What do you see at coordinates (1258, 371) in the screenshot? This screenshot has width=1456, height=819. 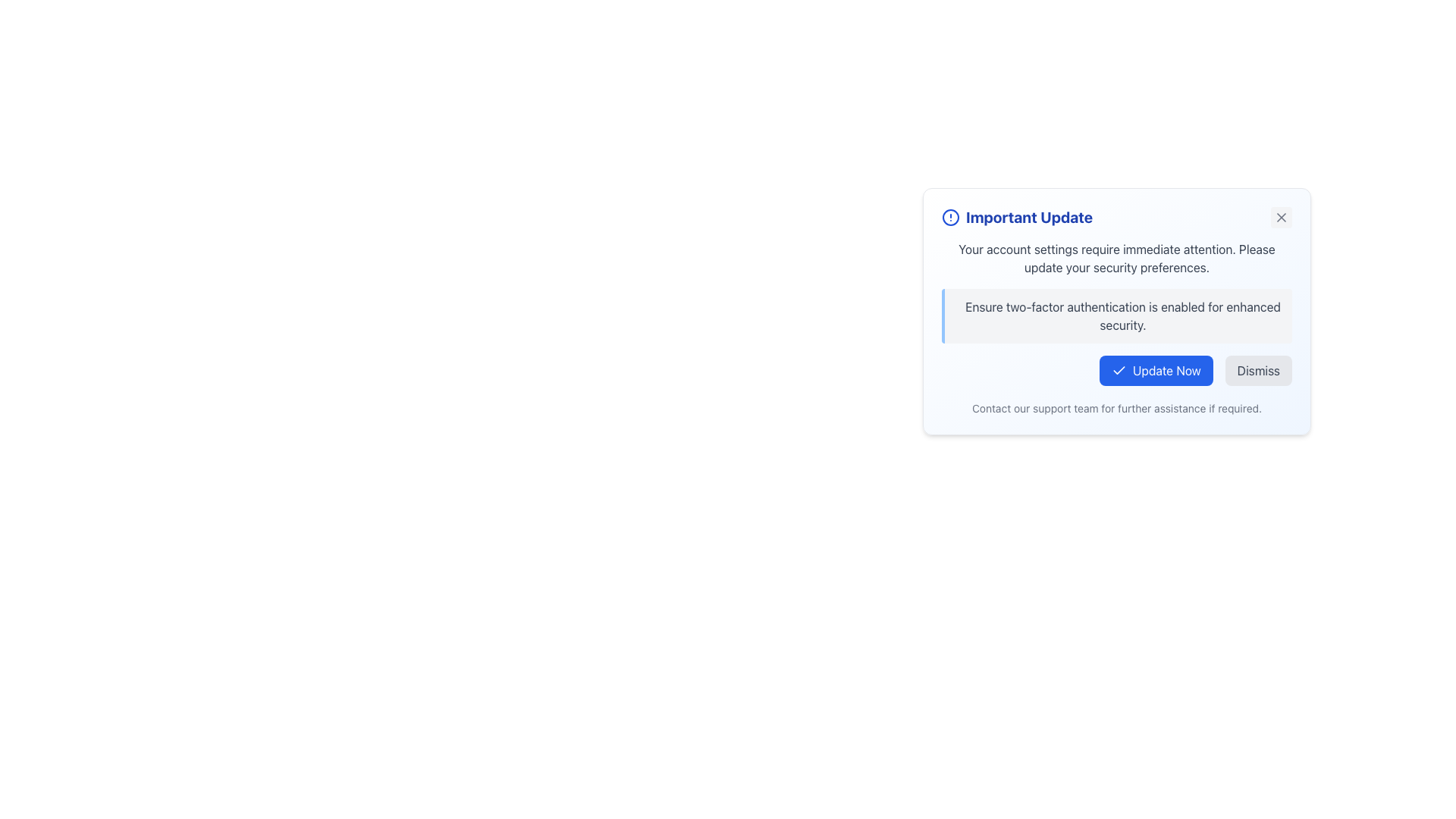 I see `the 'Dismiss' button, which is a rectangular button with a light gray background and rounded corners, containing the text 'Dismiss' in dark gray font, located within the notification panel to the right of the 'Update Now' button` at bounding box center [1258, 371].